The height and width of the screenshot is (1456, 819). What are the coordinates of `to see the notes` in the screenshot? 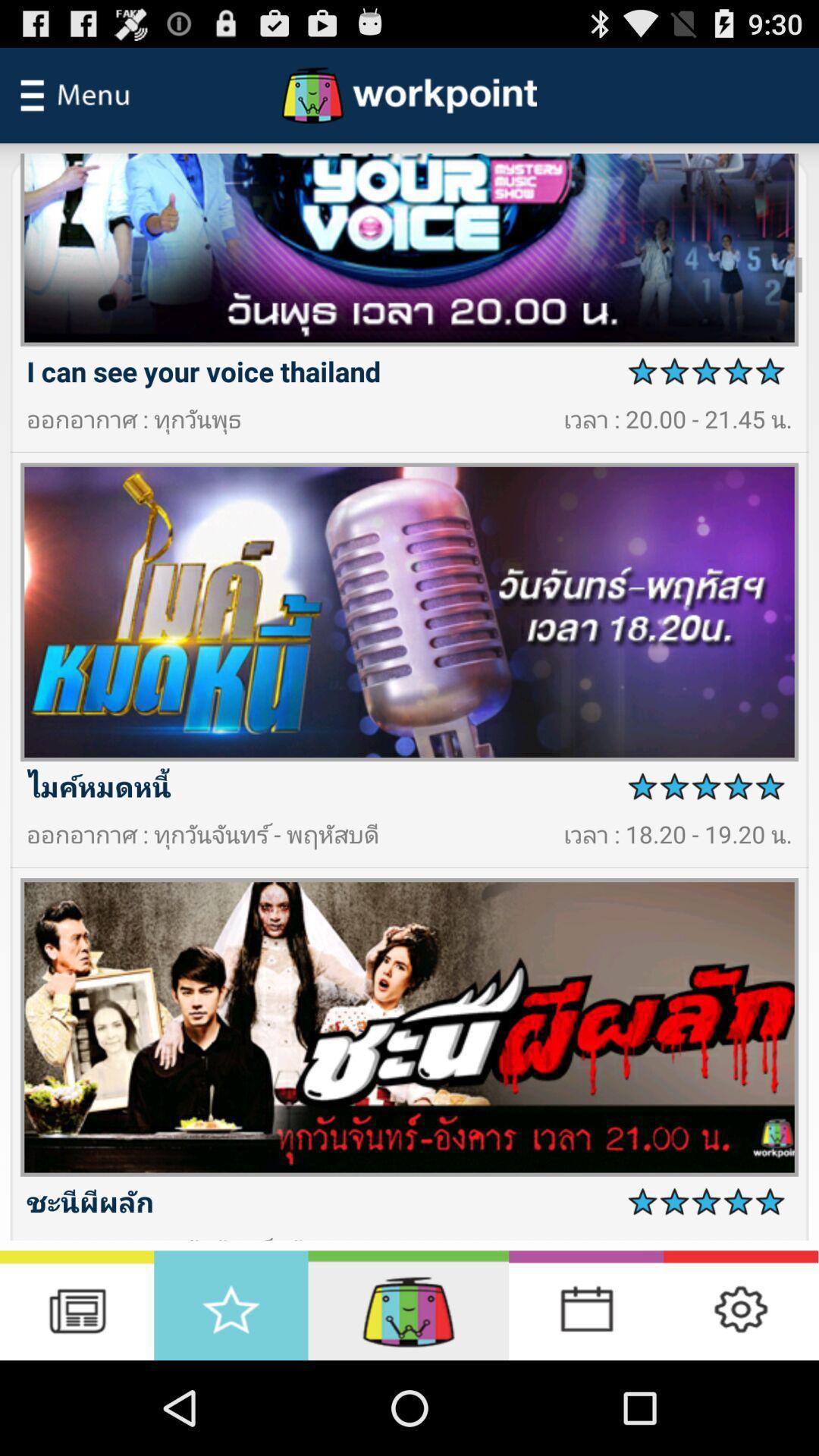 It's located at (77, 1304).